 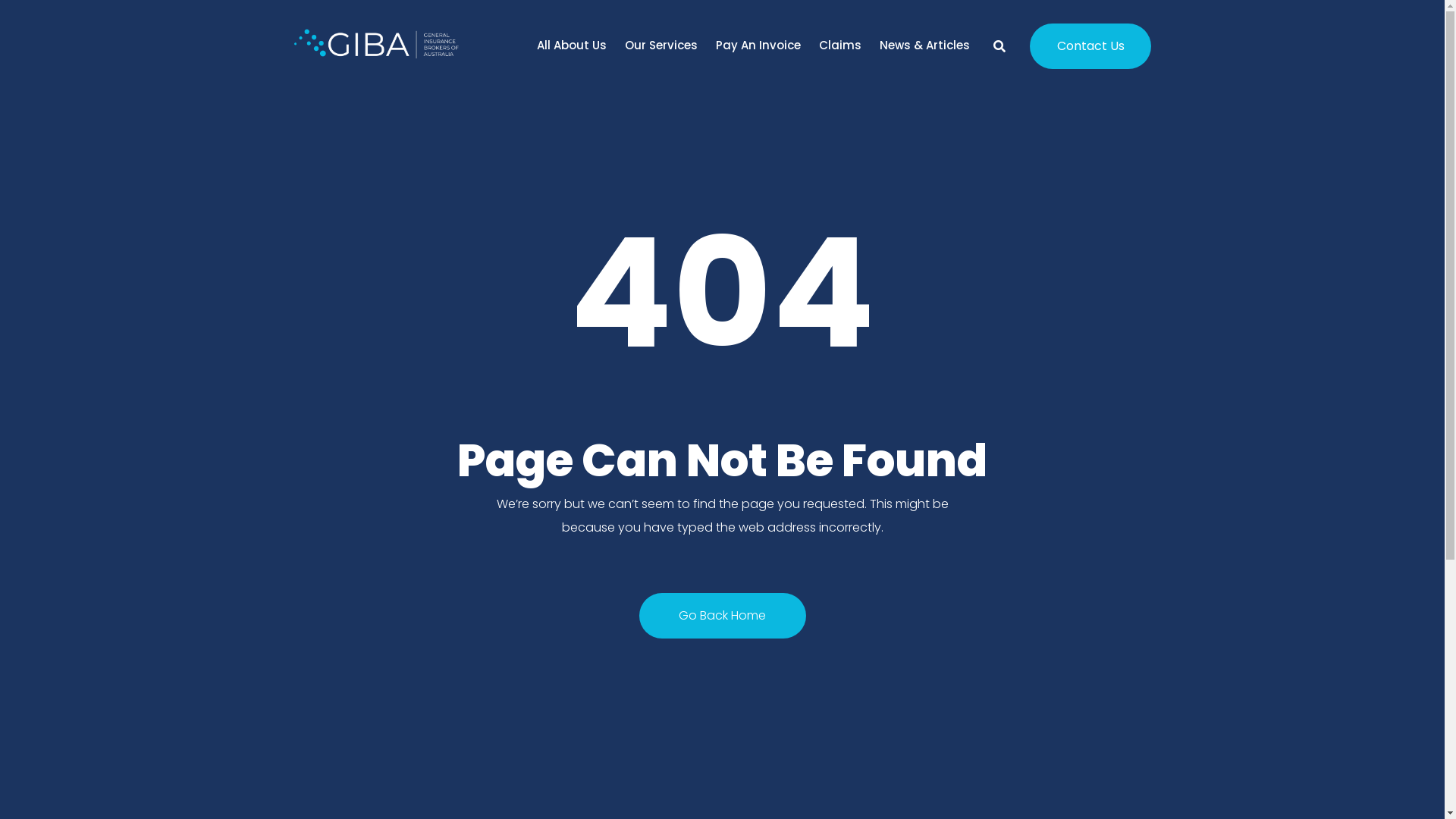 What do you see at coordinates (720, 616) in the screenshot?
I see `'Go Back Home'` at bounding box center [720, 616].